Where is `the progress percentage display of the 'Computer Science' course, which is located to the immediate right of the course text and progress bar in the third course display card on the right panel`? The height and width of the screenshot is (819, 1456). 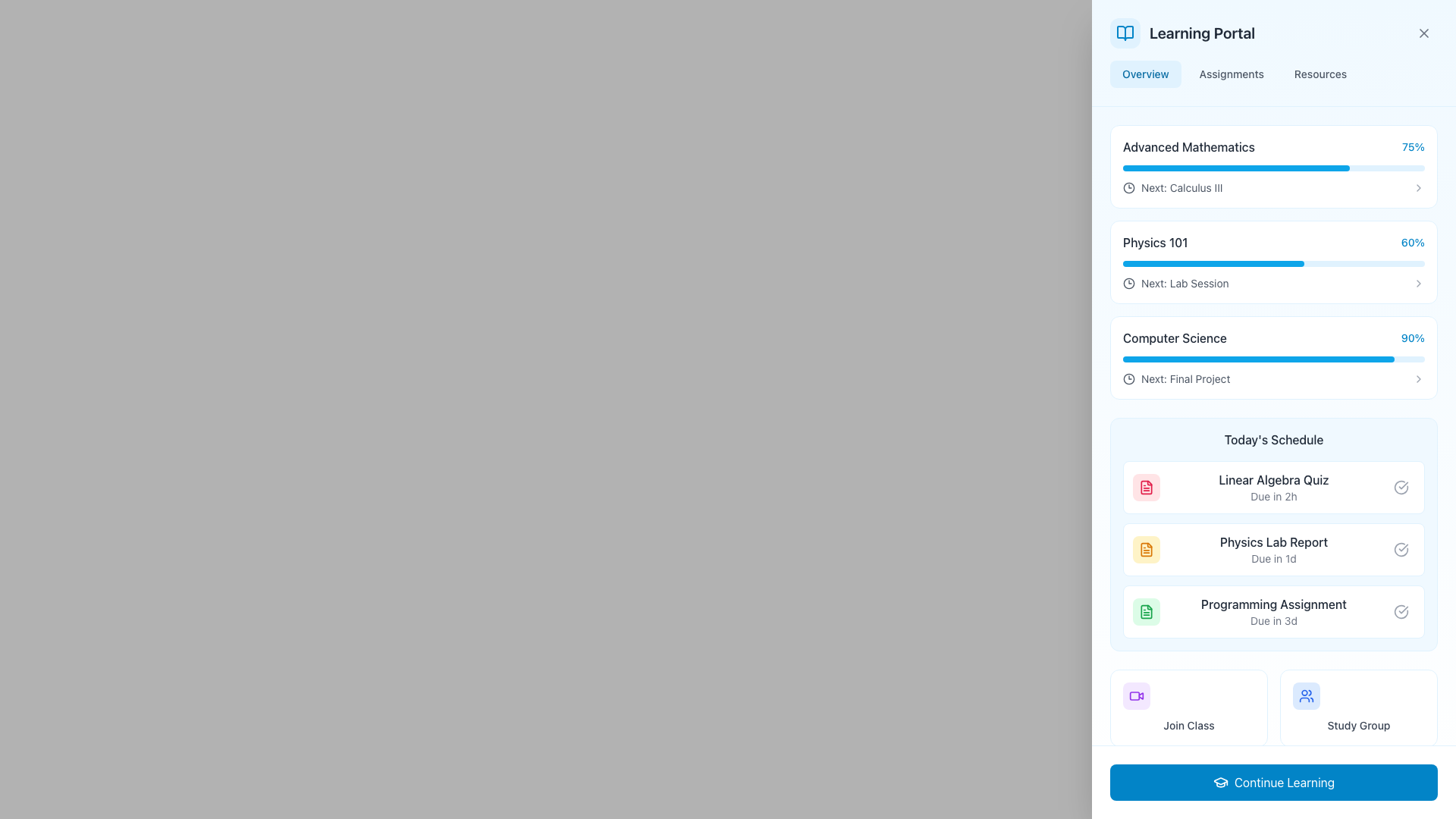
the progress percentage display of the 'Computer Science' course, which is located to the immediate right of the course text and progress bar in the third course display card on the right panel is located at coordinates (1412, 337).